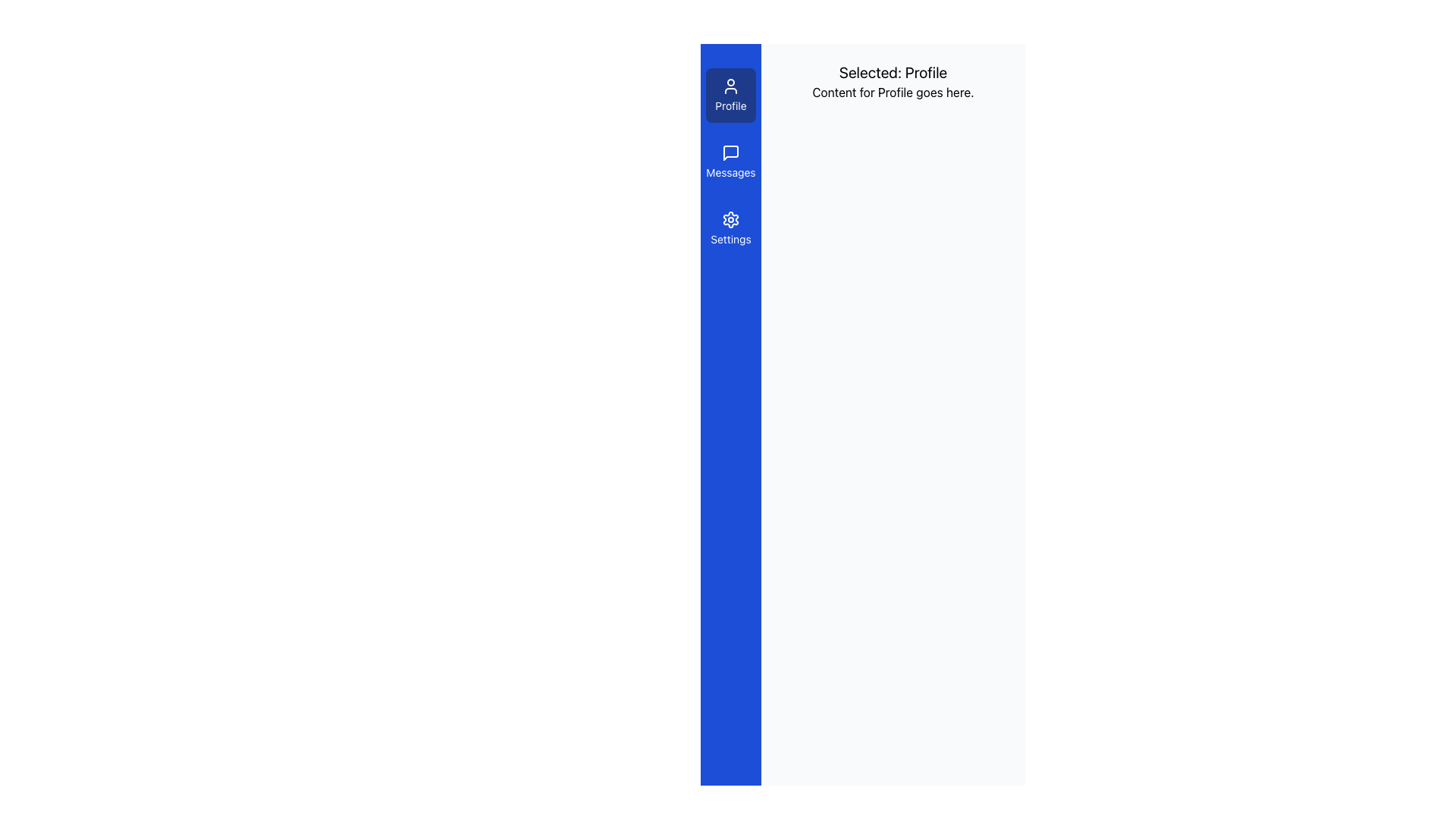  I want to click on the 'Profile' button, which has a rounded rectangle shape with a deep blue background and a white user icon above the text, so click(731, 96).